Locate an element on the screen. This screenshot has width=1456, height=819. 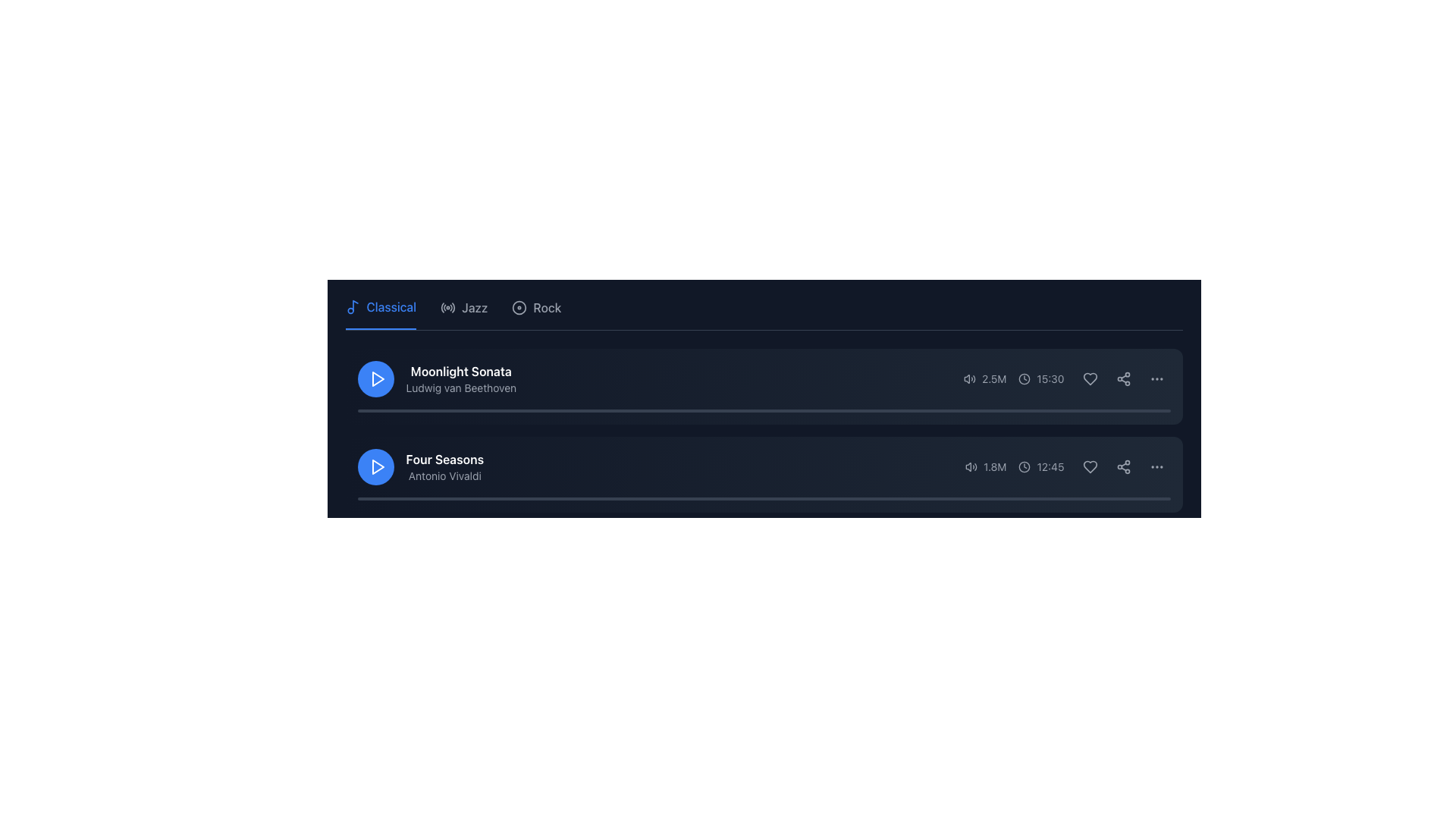
the 'like' button located in the upper-right region of the 'Moonlight Sonata' card is located at coordinates (1089, 378).